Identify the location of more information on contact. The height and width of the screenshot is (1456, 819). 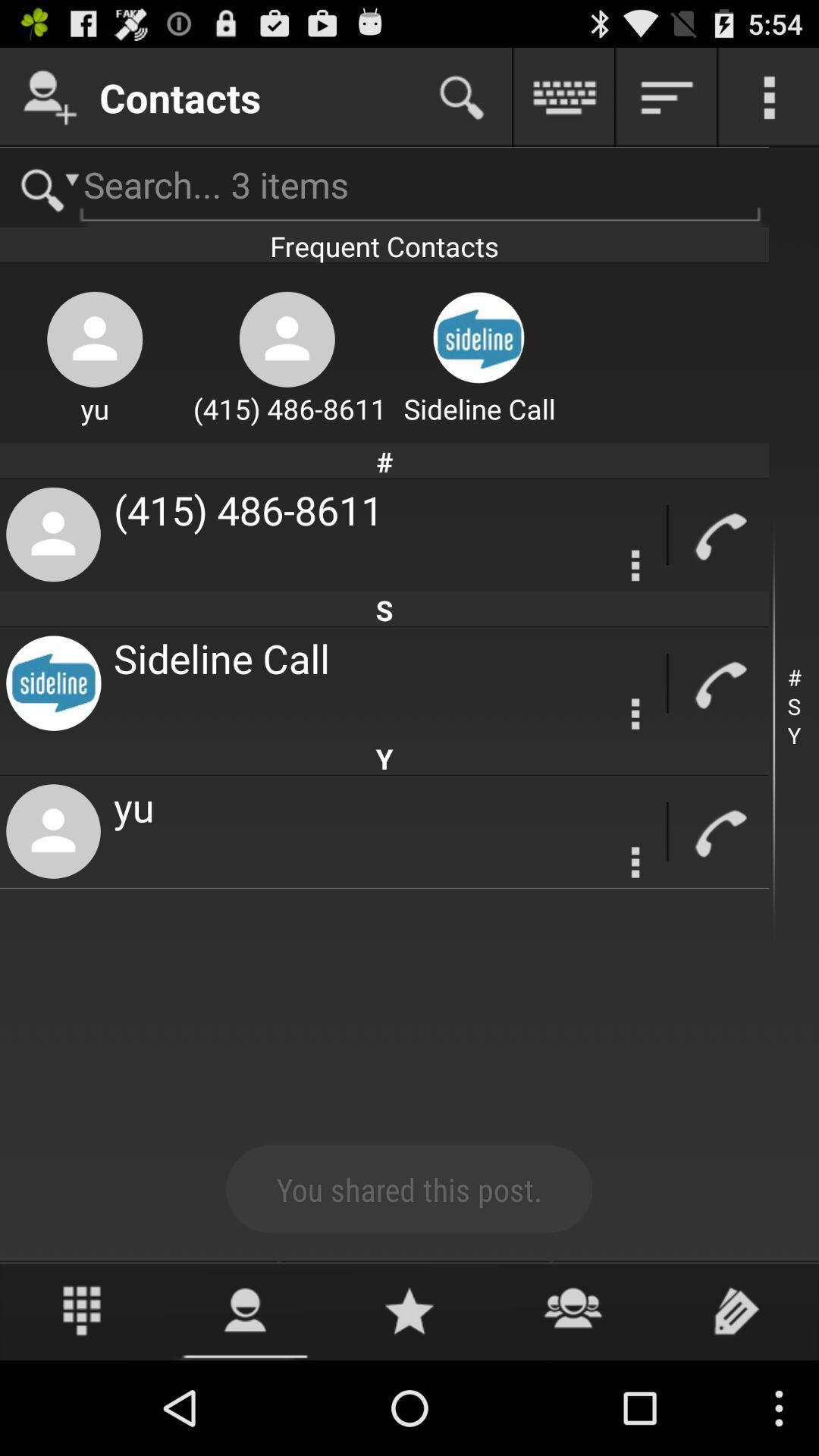
(635, 862).